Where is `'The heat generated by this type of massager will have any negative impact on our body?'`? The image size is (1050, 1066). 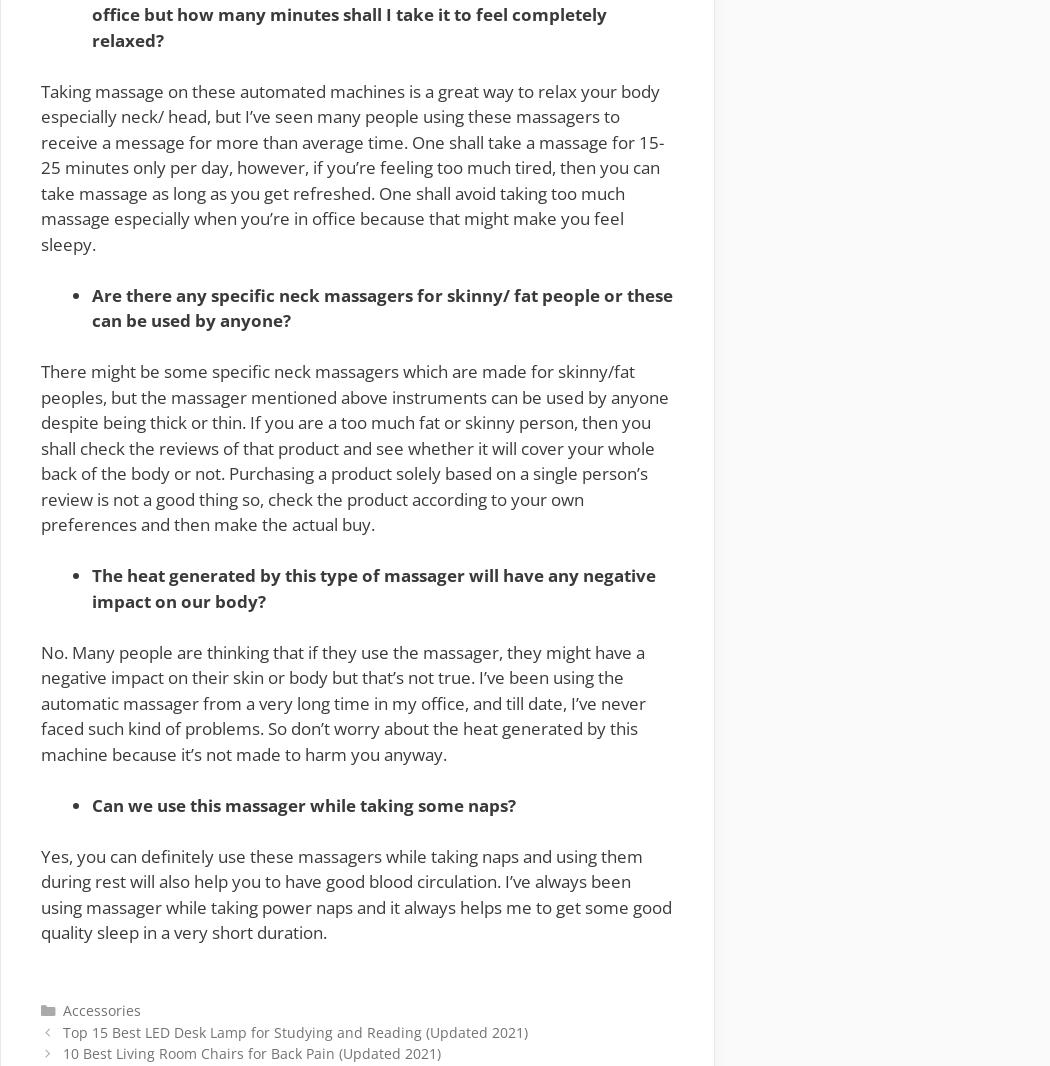
'The heat generated by this type of massager will have any negative impact on our body?' is located at coordinates (373, 587).